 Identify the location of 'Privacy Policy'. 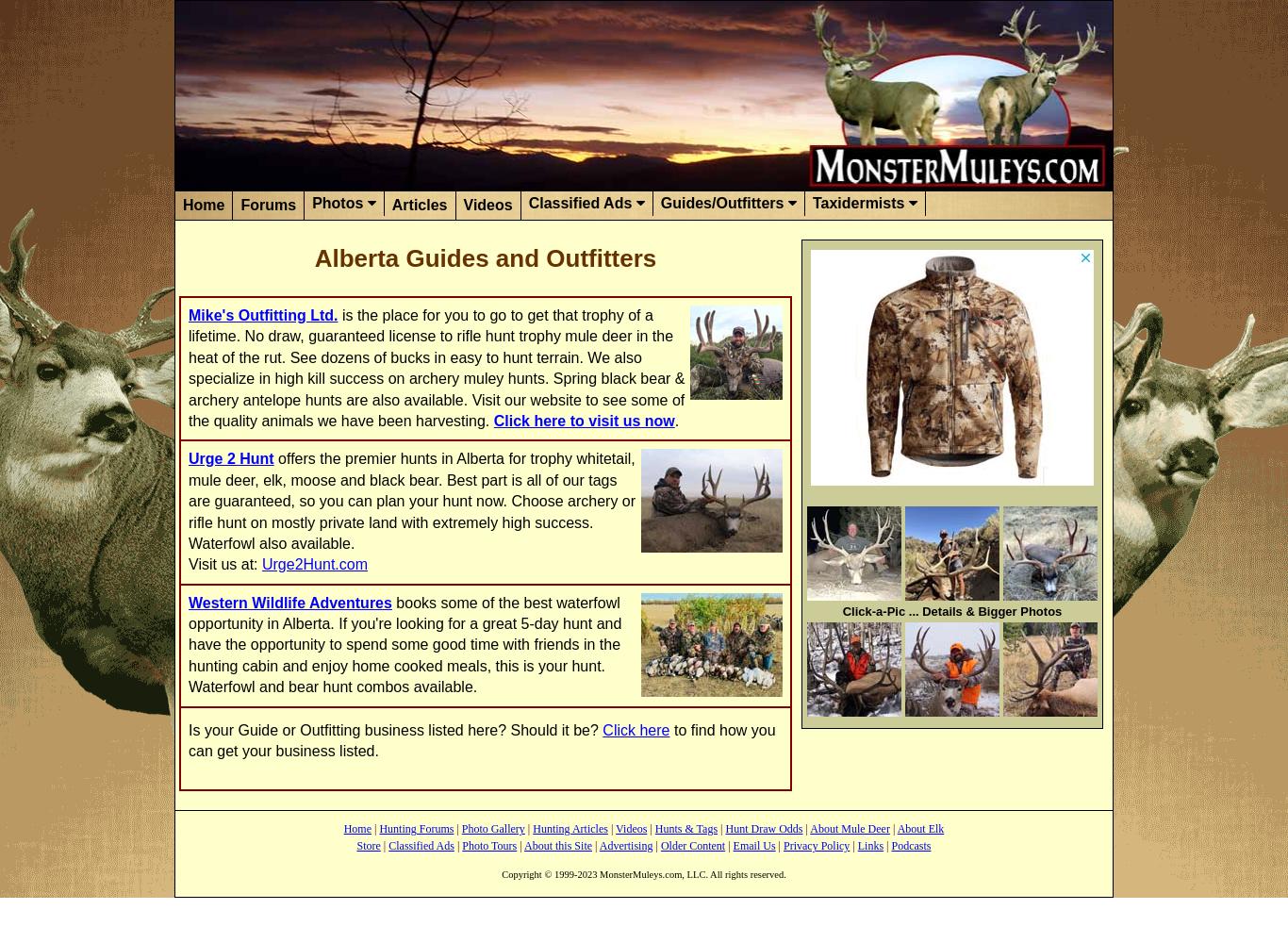
(816, 846).